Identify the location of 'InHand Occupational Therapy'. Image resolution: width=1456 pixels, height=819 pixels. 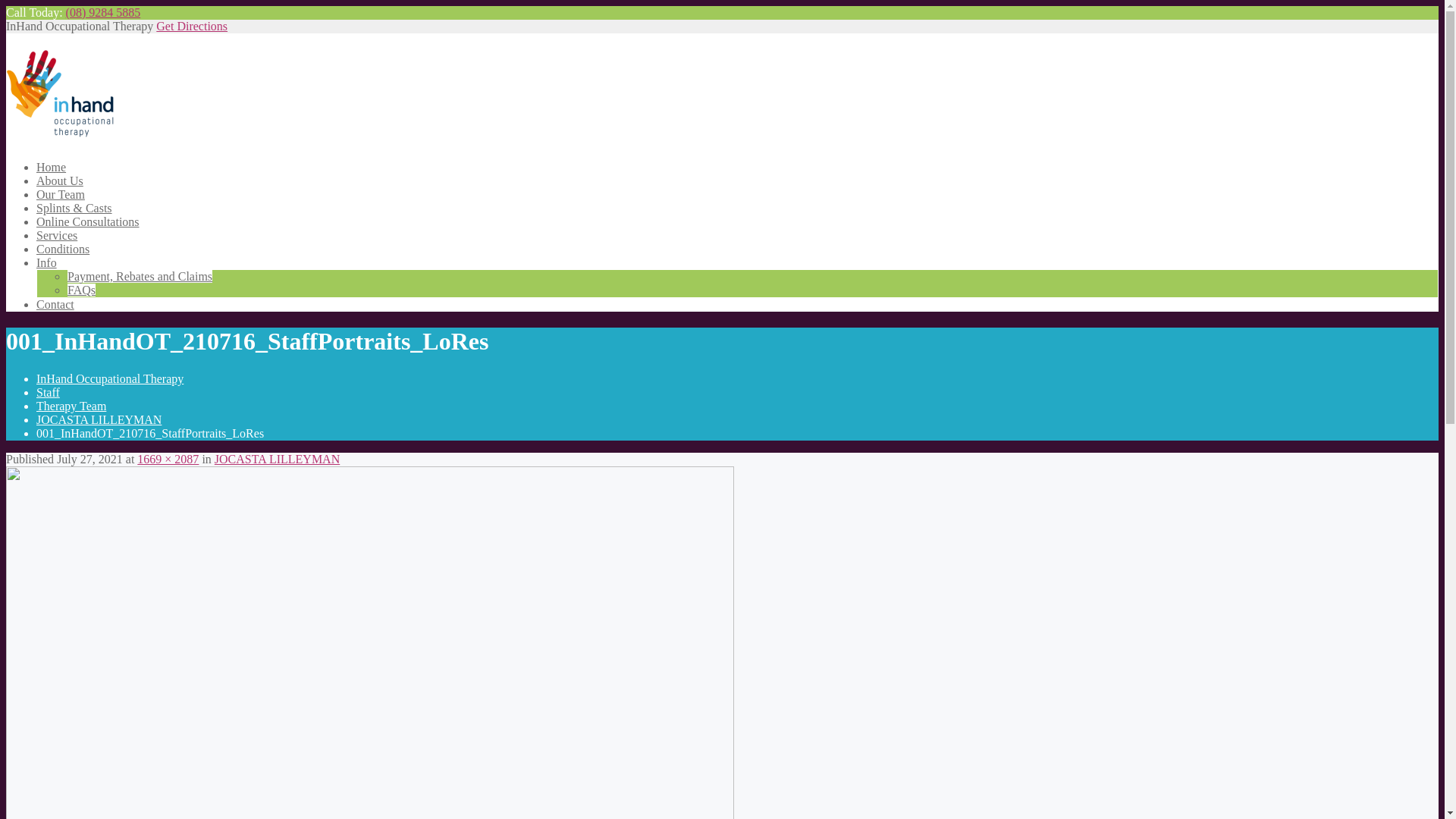
(60, 128).